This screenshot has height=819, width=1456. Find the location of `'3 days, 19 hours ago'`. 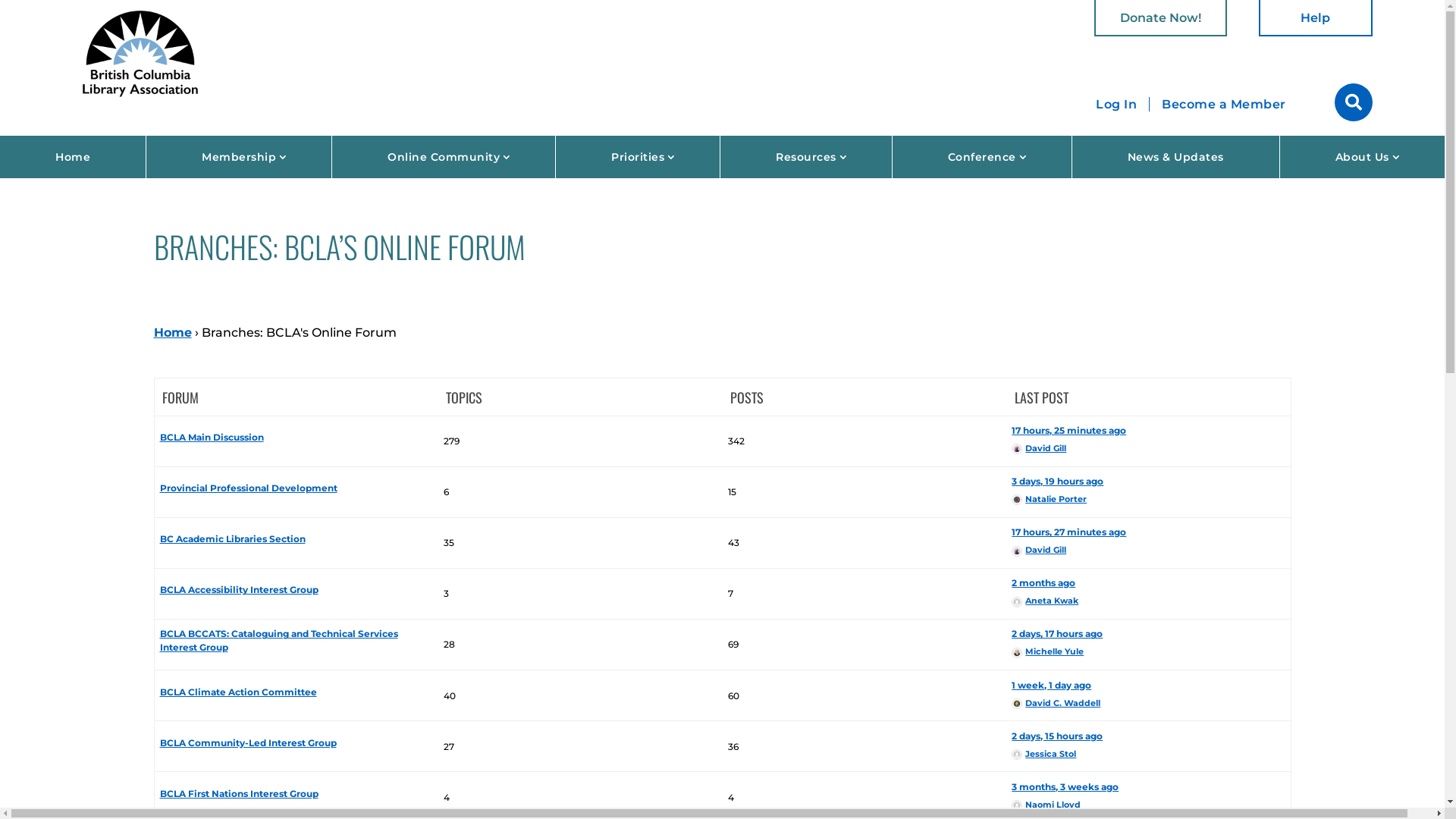

'3 days, 19 hours ago' is located at coordinates (1012, 481).